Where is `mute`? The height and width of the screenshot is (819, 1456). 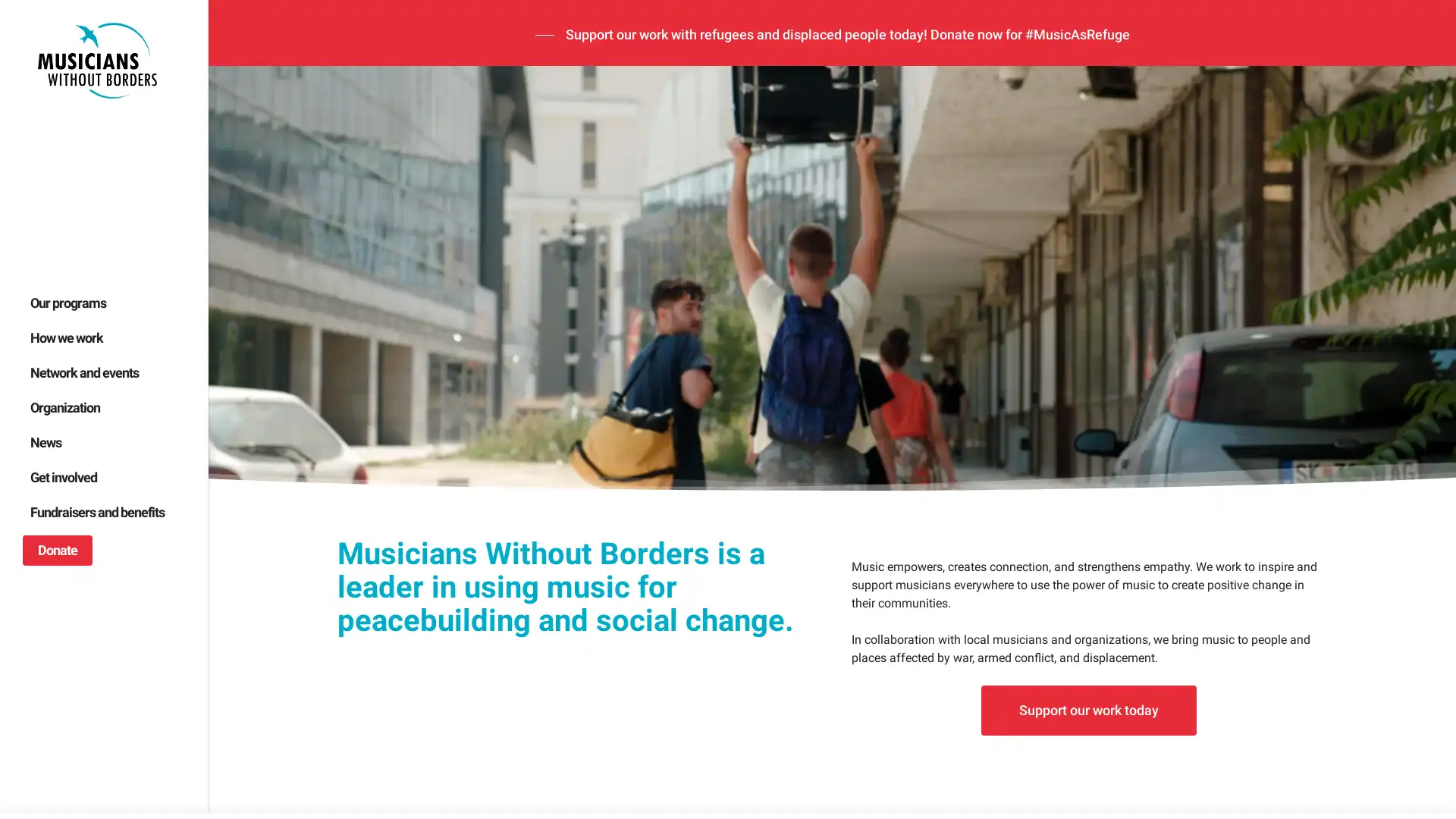
mute is located at coordinates (1321, 601).